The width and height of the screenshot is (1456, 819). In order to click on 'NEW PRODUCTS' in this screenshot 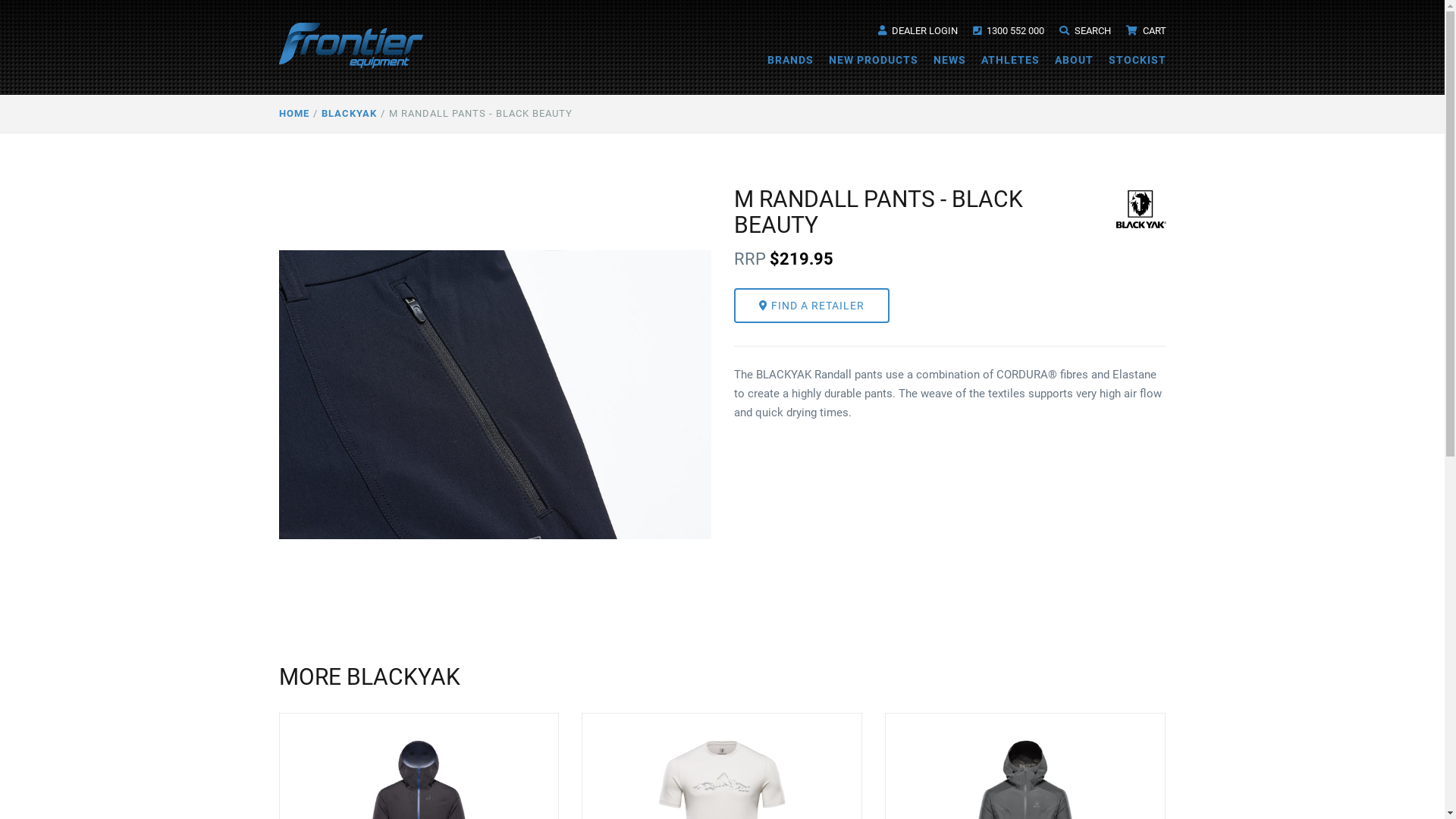, I will do `click(873, 58)`.